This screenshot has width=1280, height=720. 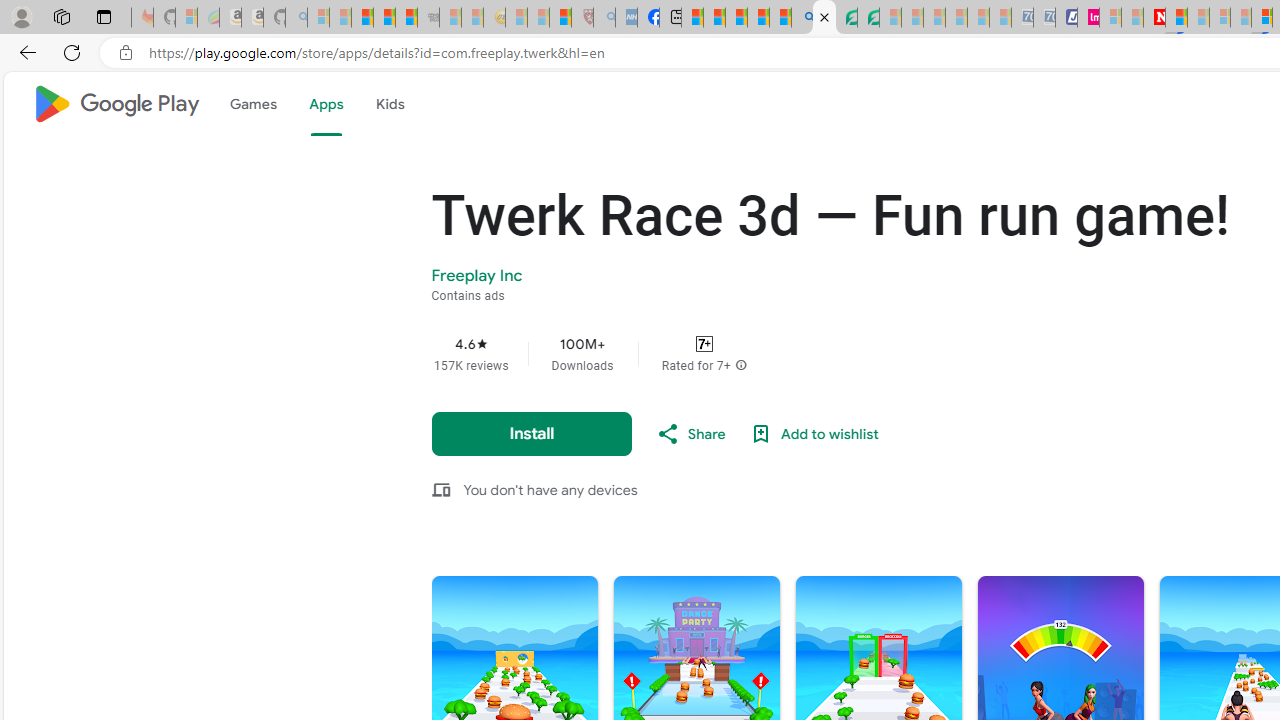 I want to click on 'Close tab', so click(x=824, y=17).